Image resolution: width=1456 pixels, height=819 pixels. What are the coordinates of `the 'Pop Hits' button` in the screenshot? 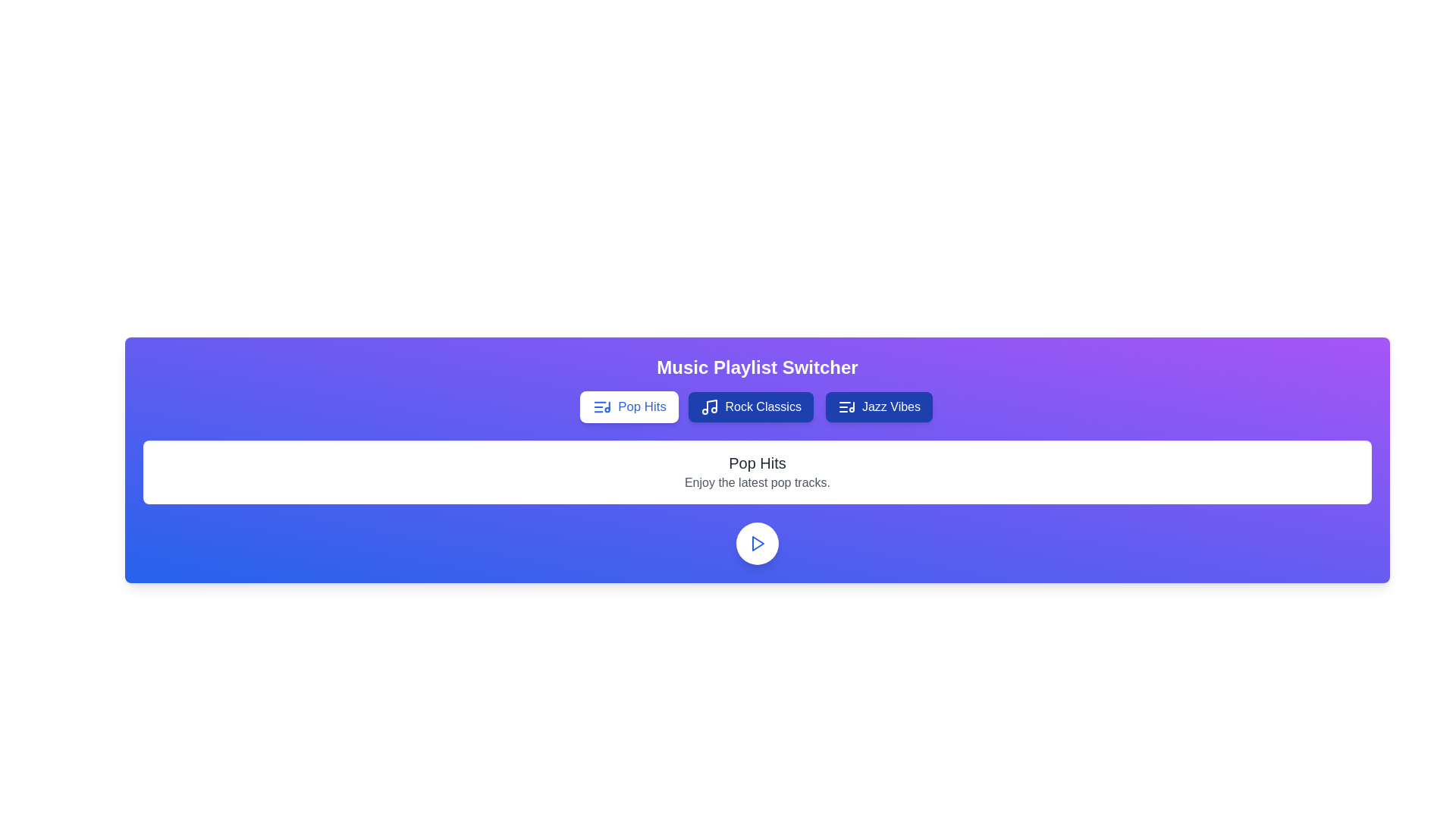 It's located at (629, 406).